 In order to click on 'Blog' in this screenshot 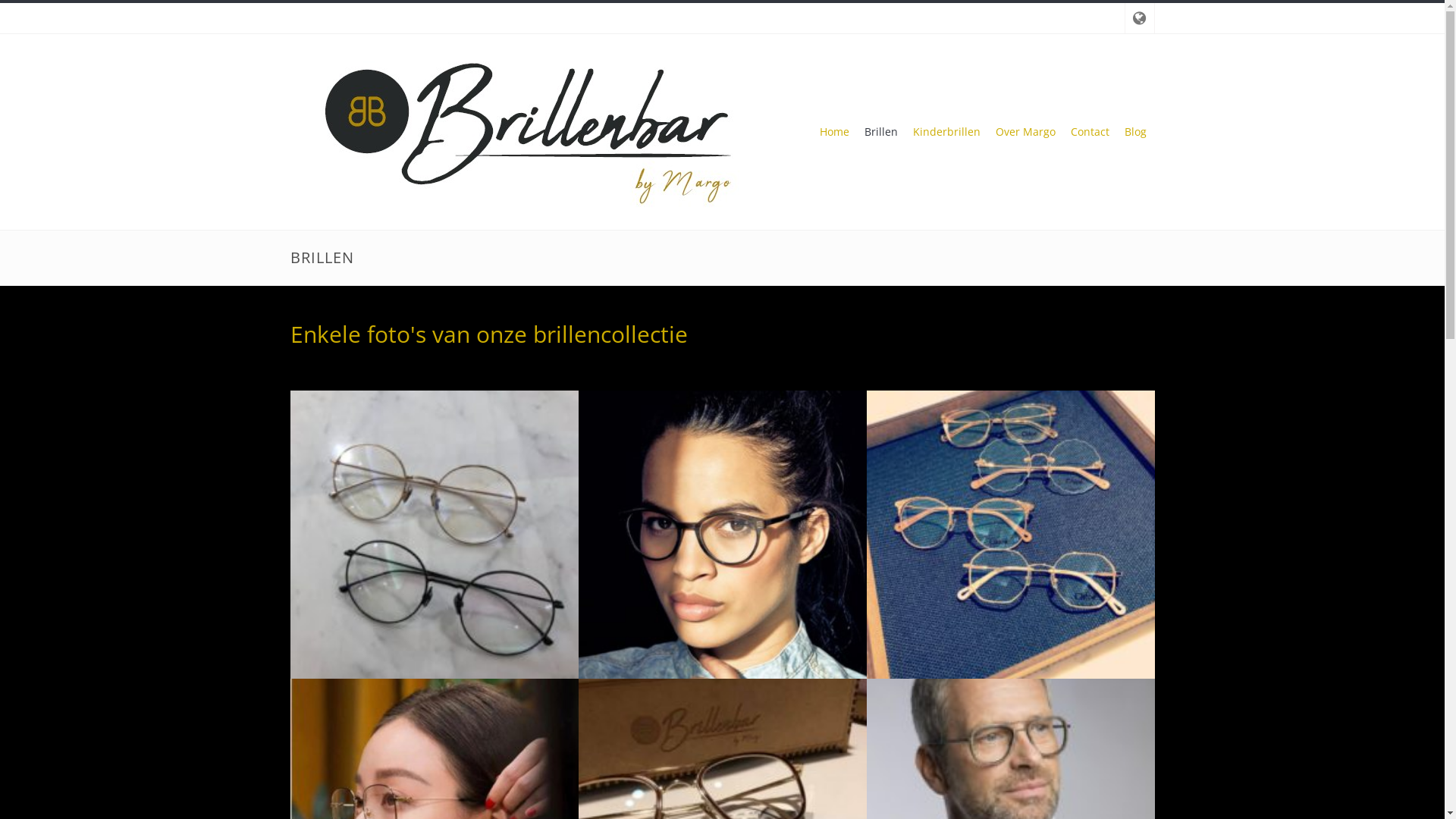, I will do `click(1135, 130)`.